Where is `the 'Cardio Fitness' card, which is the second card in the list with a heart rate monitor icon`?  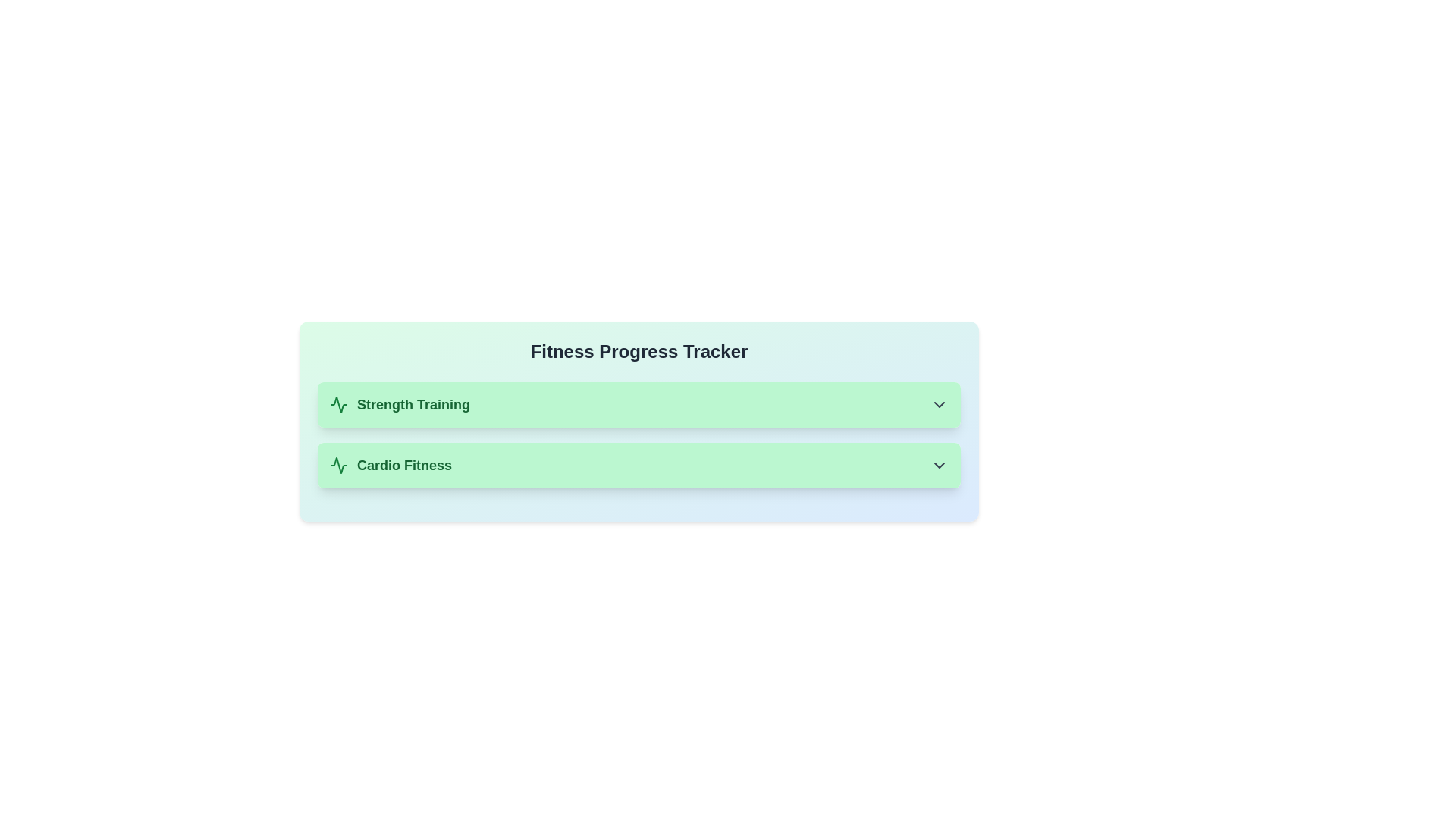 the 'Cardio Fitness' card, which is the second card in the list with a heart rate monitor icon is located at coordinates (639, 464).